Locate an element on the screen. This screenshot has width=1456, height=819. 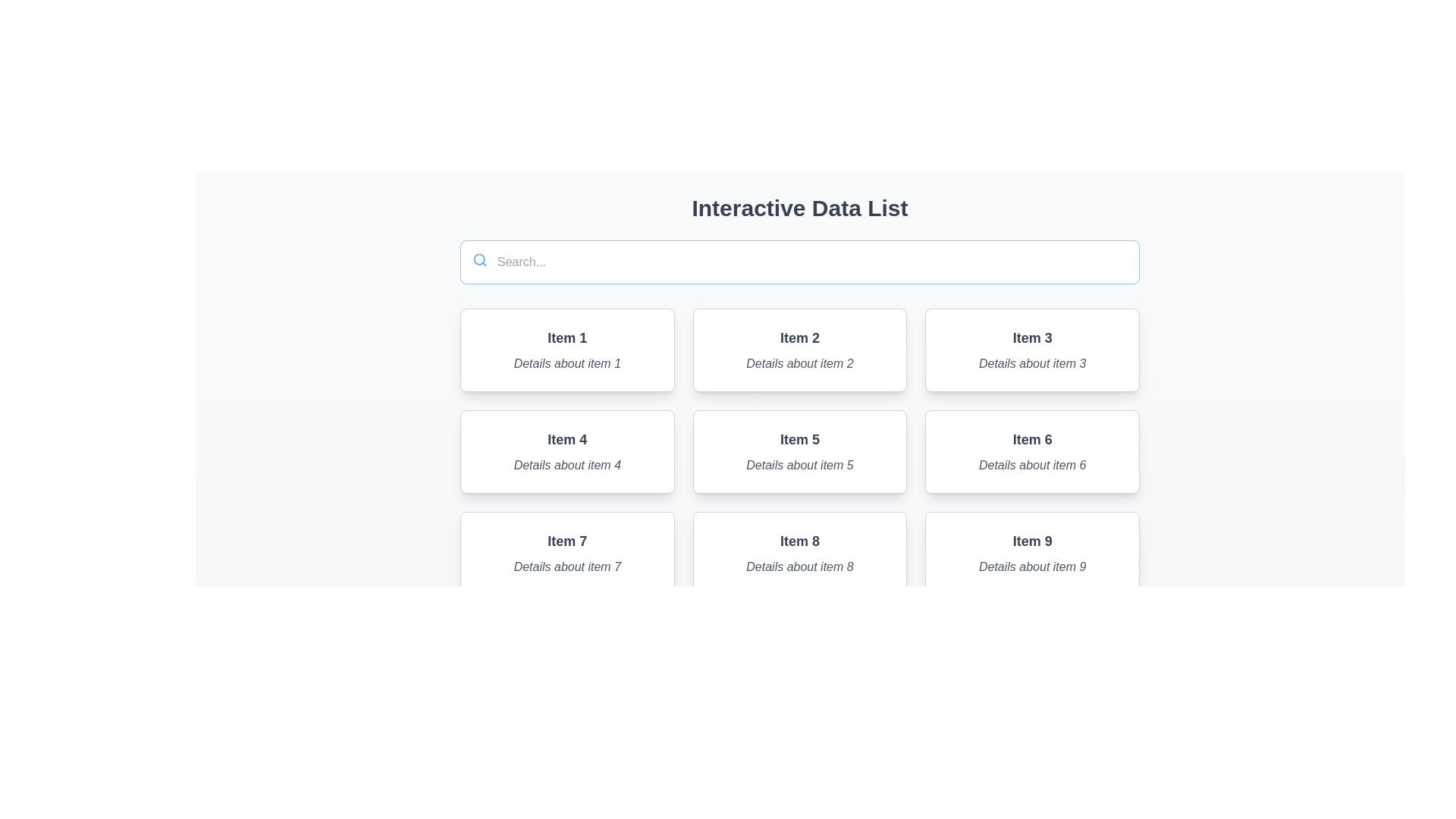
the Card component displaying 'Item 9' with a subtitle 'Details about item 9', located in the bottom-right corner of the layout is located at coordinates (1031, 553).